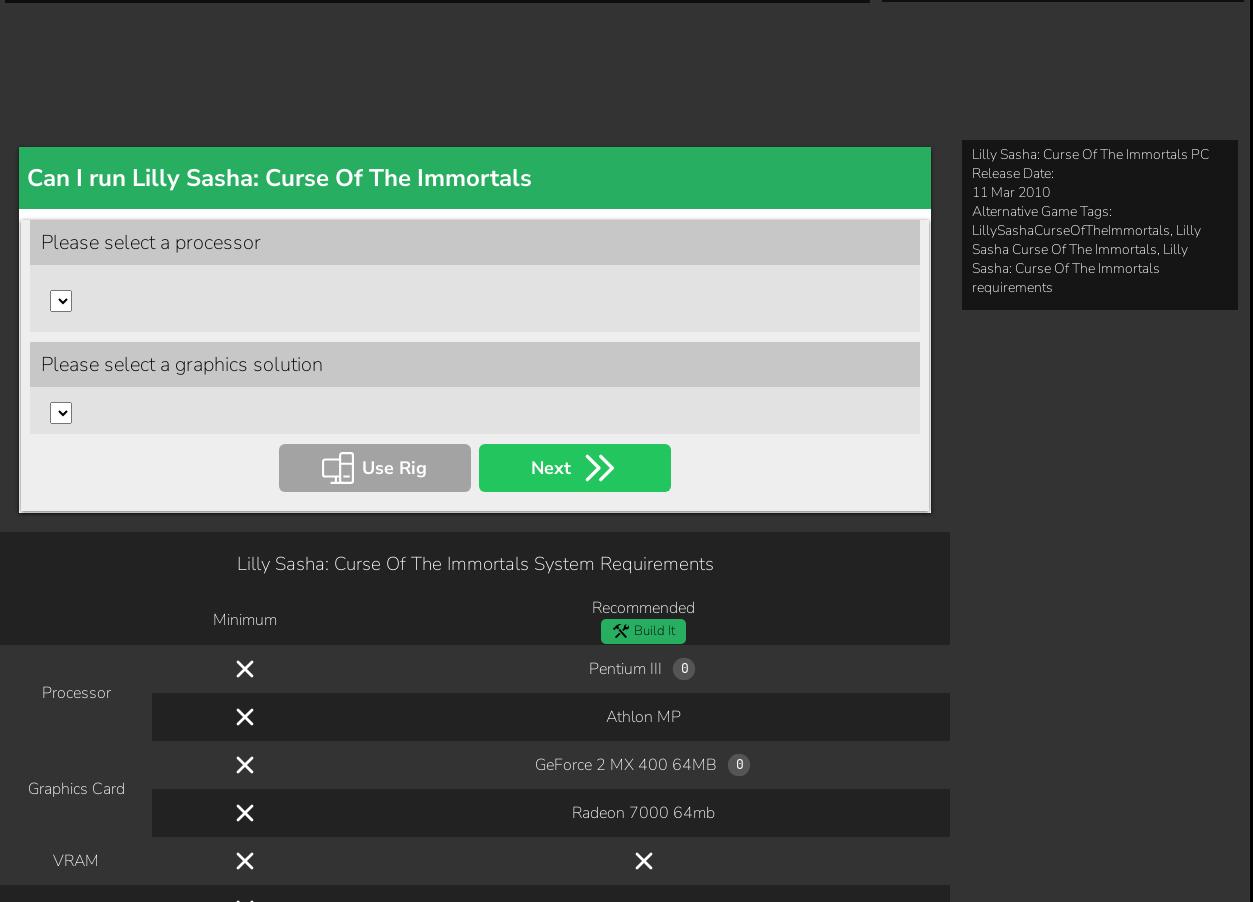 This screenshot has height=902, width=1253. Describe the element at coordinates (642, 120) in the screenshot. I see `'Radeon 7000 64mb'` at that location.